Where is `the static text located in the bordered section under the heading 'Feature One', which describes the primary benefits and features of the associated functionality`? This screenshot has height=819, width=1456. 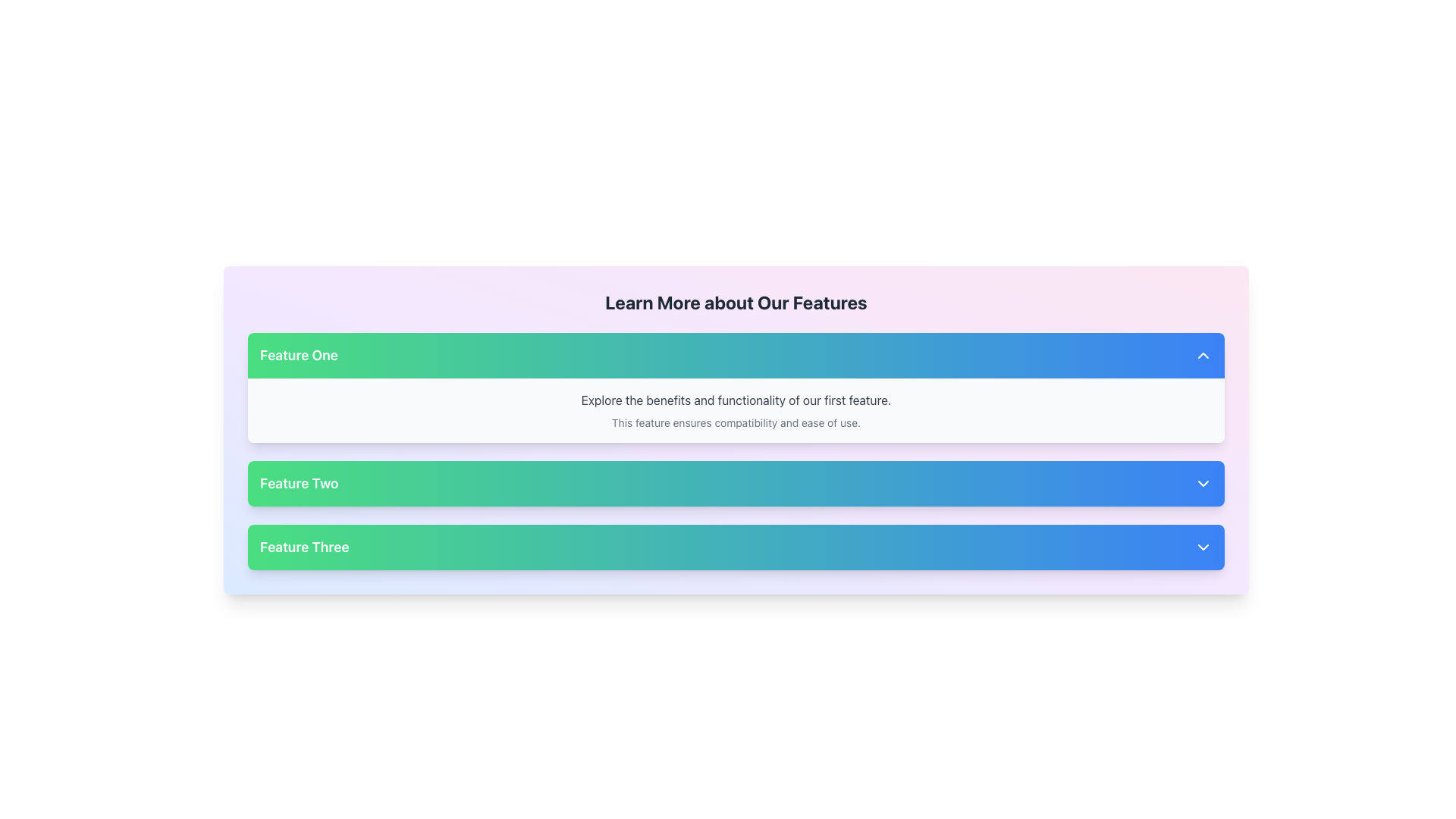
the static text located in the bordered section under the heading 'Feature One', which describes the primary benefits and features of the associated functionality is located at coordinates (736, 400).